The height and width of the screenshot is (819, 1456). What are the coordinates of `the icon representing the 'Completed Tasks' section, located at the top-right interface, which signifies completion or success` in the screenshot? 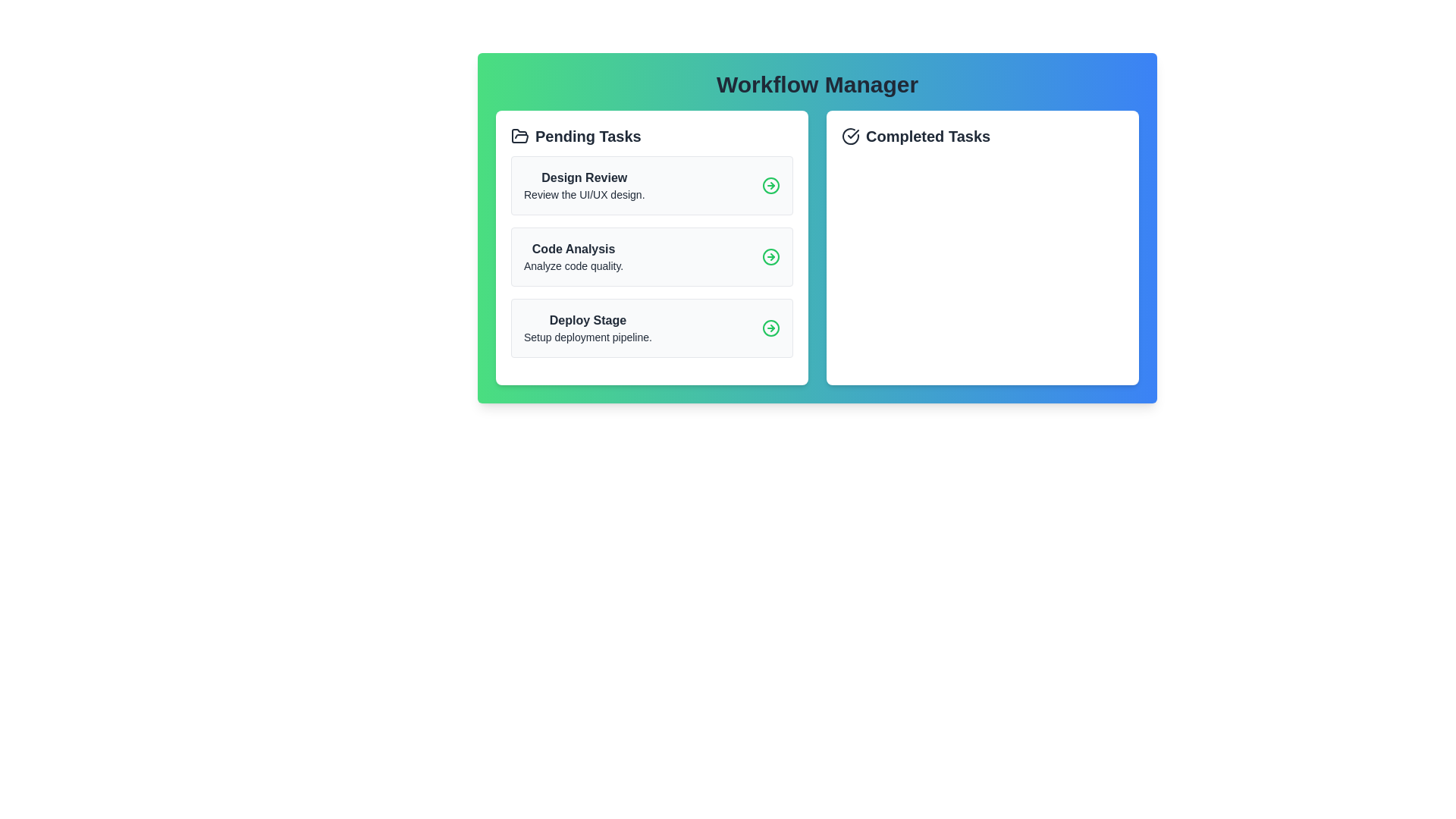 It's located at (851, 136).